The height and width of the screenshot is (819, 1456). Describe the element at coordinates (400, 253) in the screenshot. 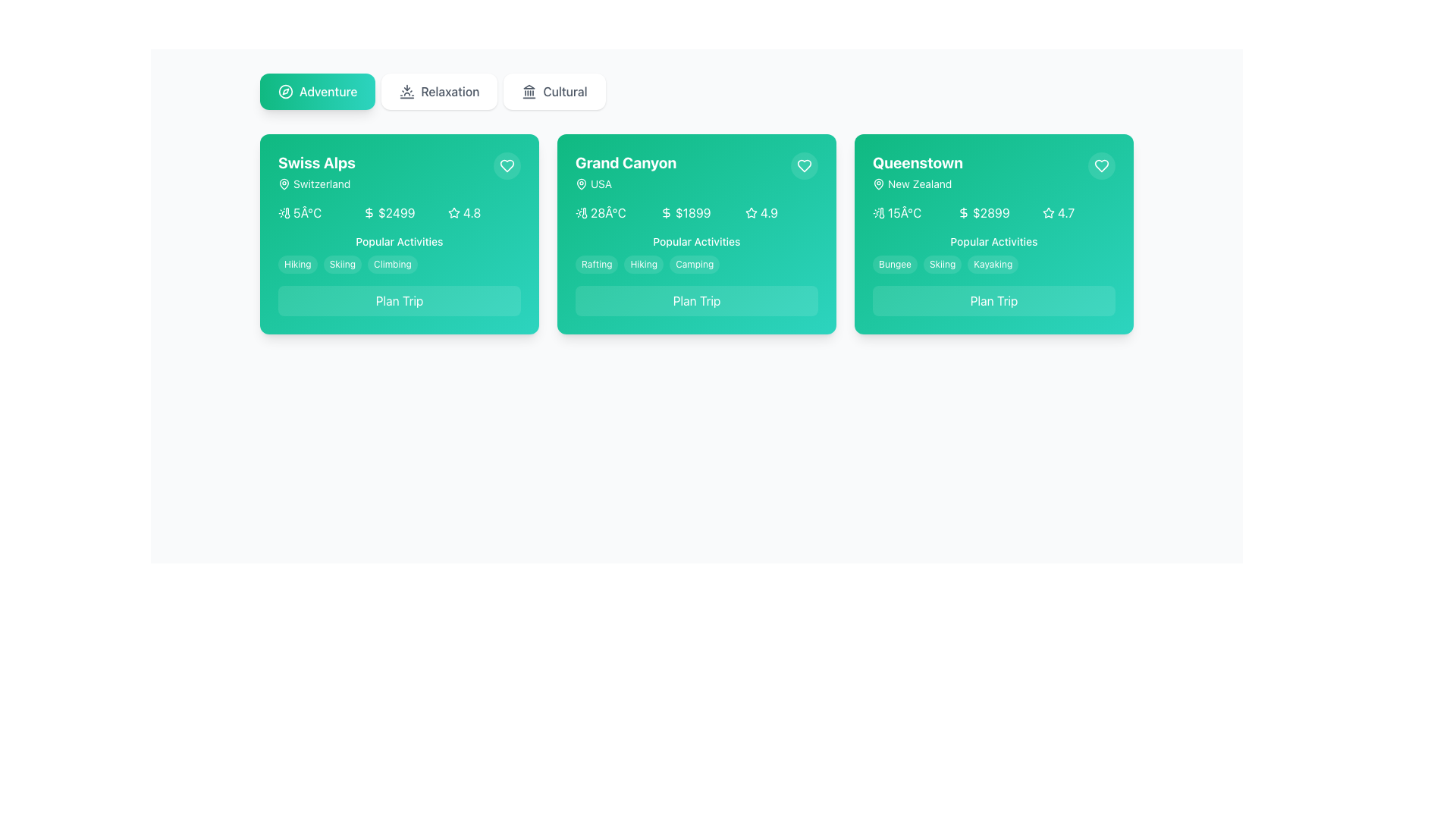

I see `the 'Climbing' button within the 'Popular Activities' list located in the Swiss Alps card` at that location.